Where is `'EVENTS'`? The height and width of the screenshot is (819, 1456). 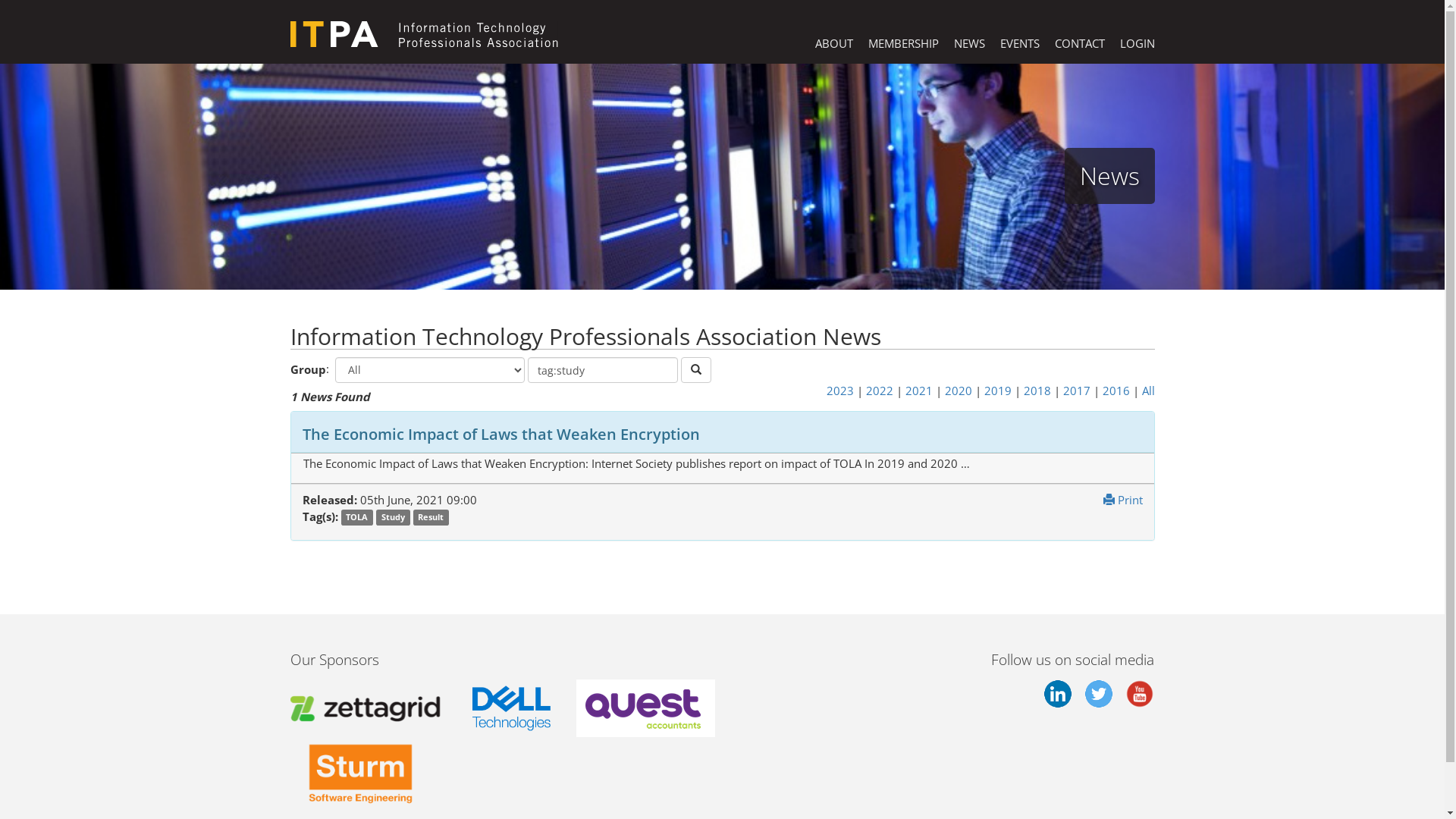
'EVENTS' is located at coordinates (1019, 42).